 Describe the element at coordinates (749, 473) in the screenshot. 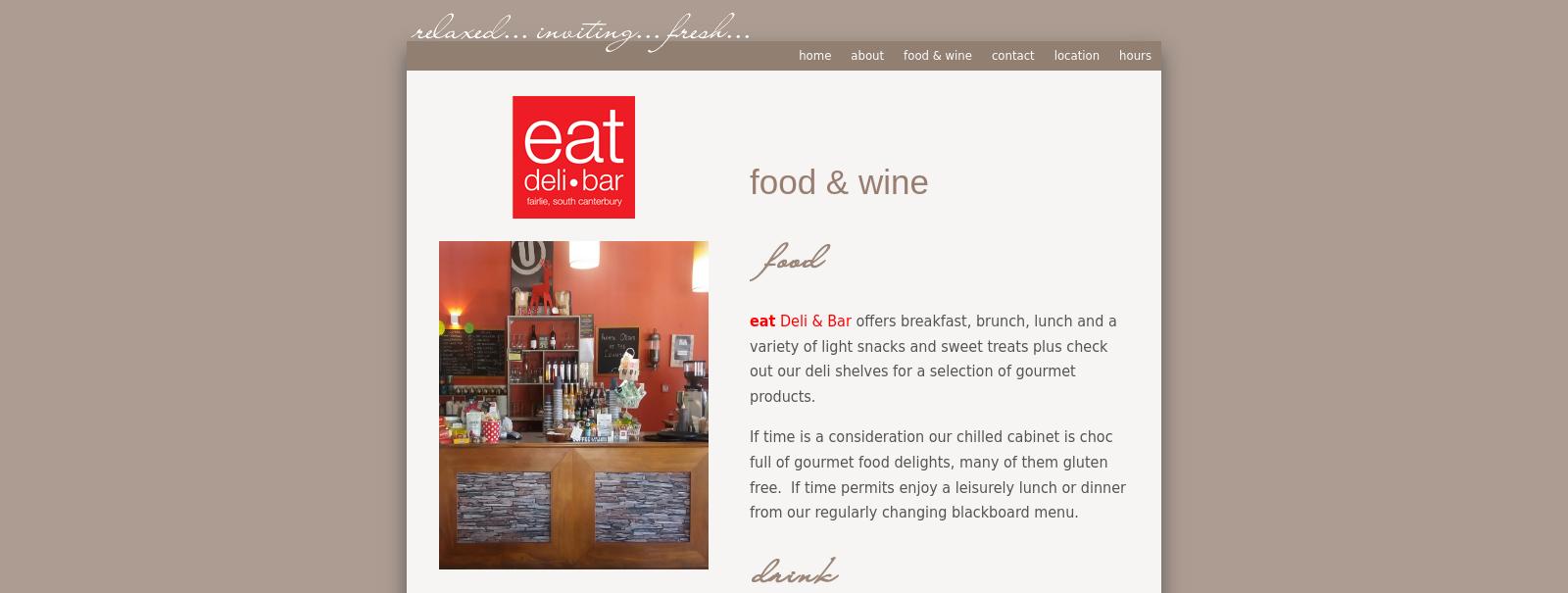

I see `'If time is a consideration our chilled cabinet is choc full of gourmet food delights, many of them gluten free.  If time permits enjoy a leisurely lunch or dinner from our regularly changing blackboard menu.'` at that location.